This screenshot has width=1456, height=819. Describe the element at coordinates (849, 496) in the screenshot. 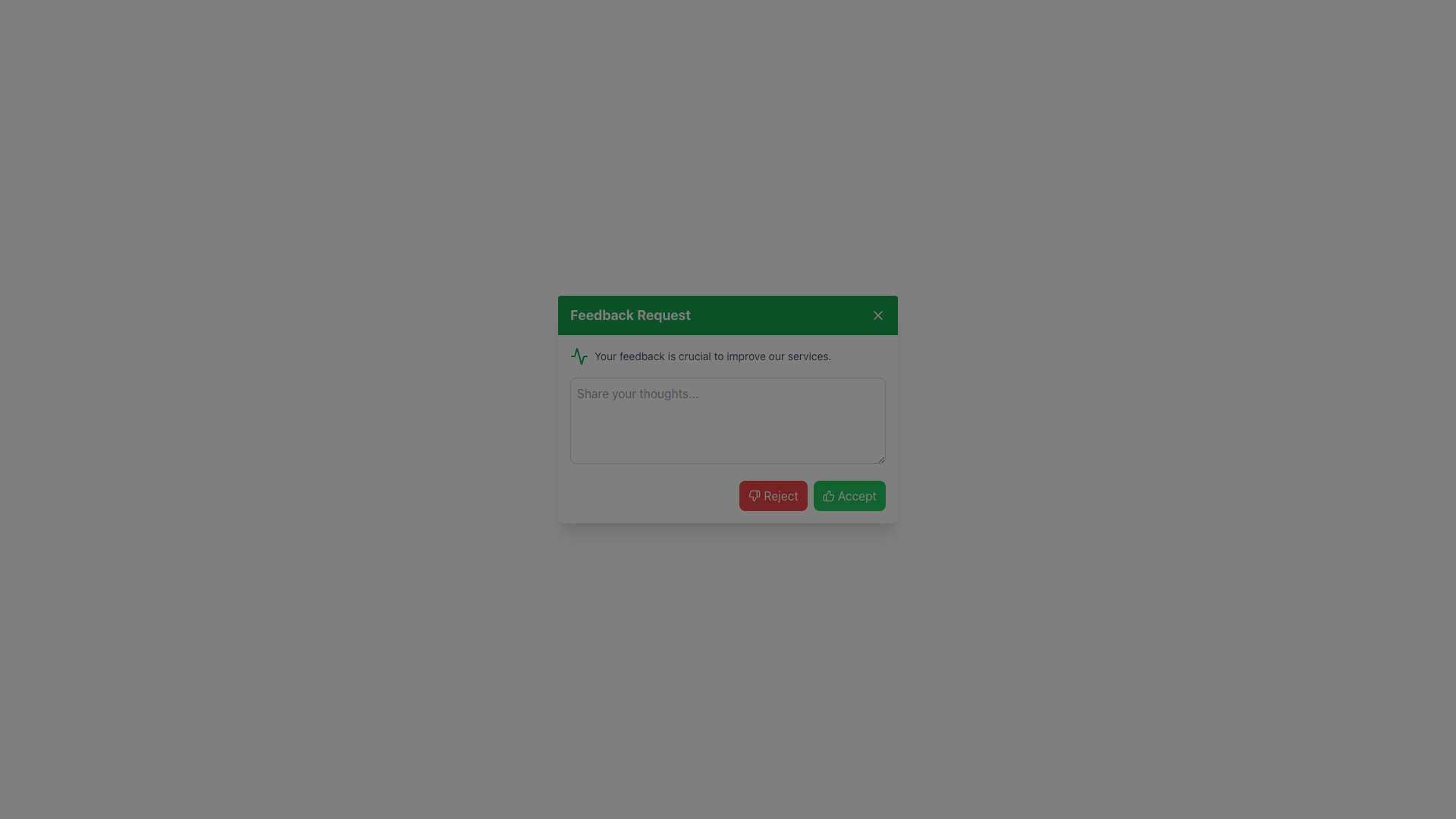

I see `the confirmation button located within the feedback dialog box` at that location.